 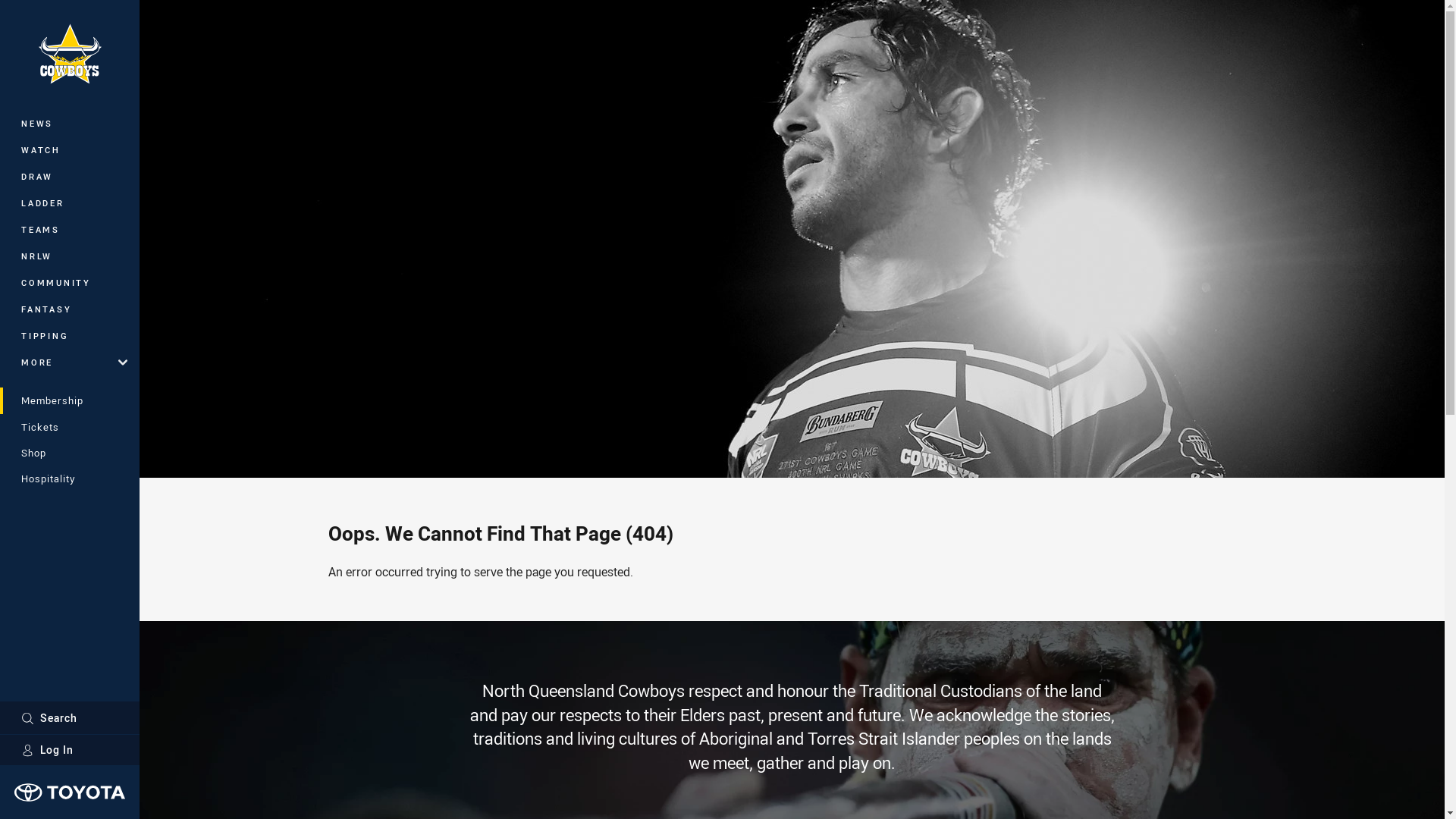 What do you see at coordinates (68, 362) in the screenshot?
I see `'MORE'` at bounding box center [68, 362].